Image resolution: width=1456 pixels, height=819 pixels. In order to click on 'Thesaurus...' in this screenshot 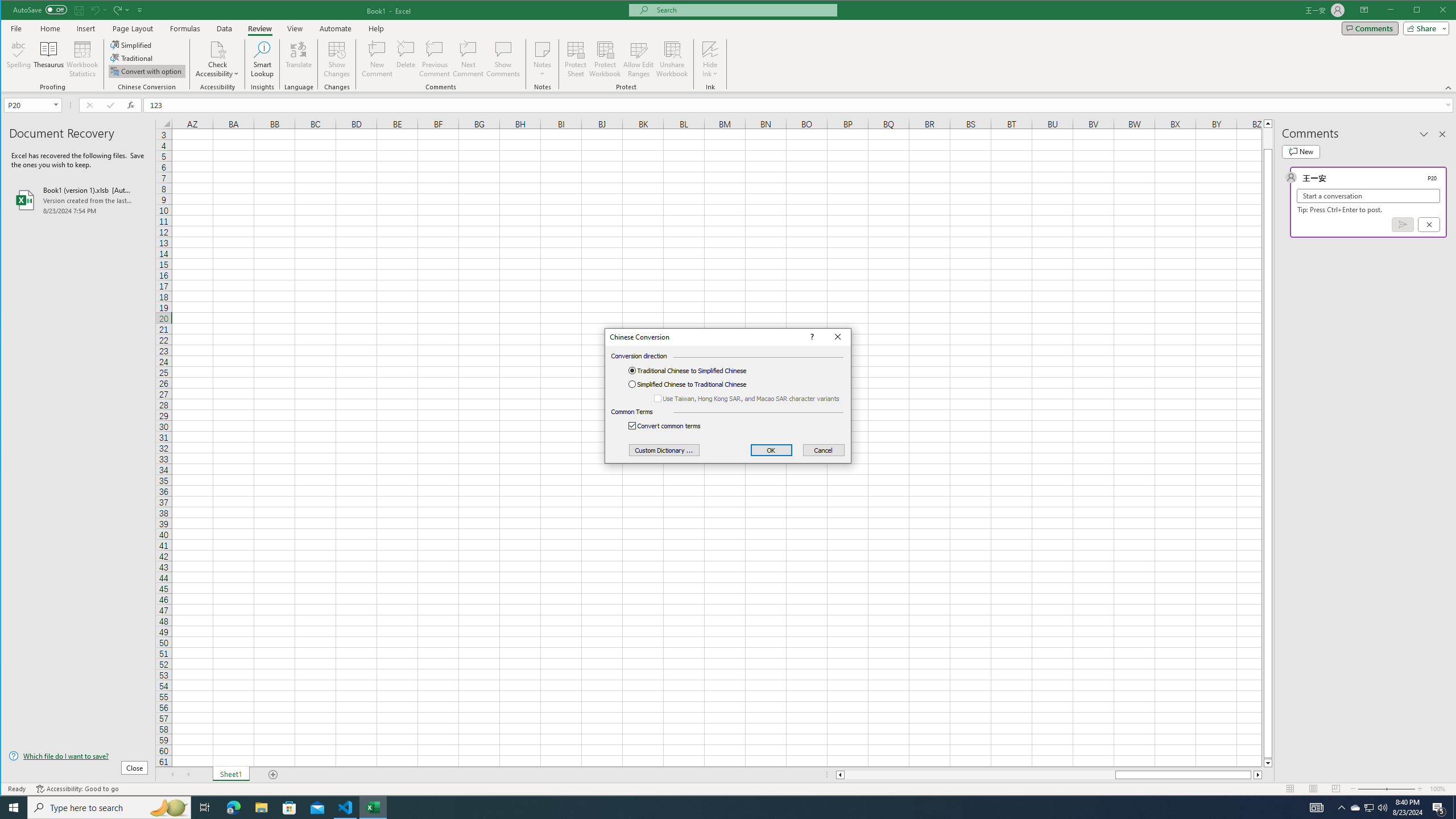, I will do `click(48, 59)`.